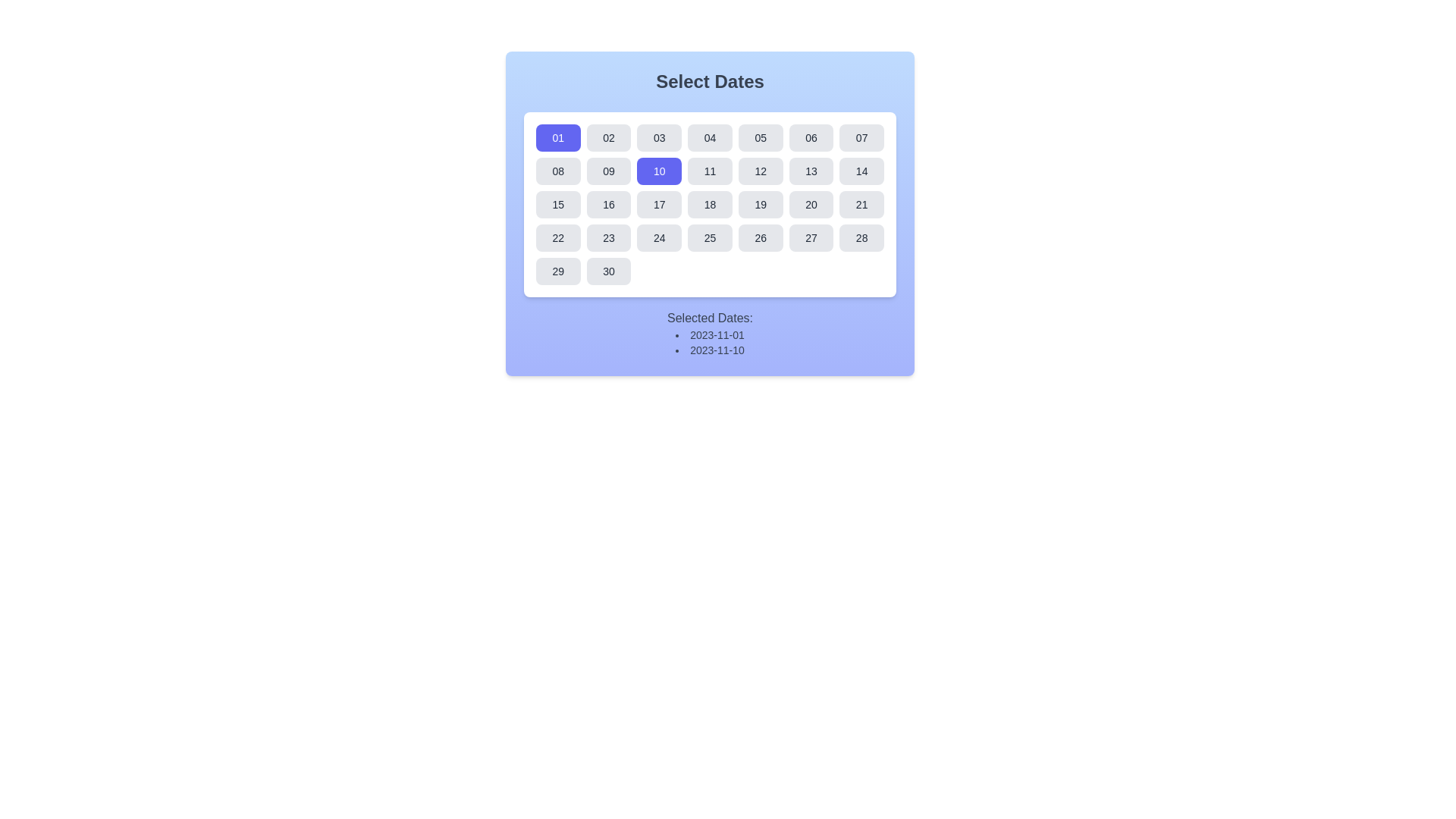 The width and height of the screenshot is (1456, 819). What do you see at coordinates (659, 171) in the screenshot?
I see `the selectable date option button representing the 10th day in the calendar interface` at bounding box center [659, 171].